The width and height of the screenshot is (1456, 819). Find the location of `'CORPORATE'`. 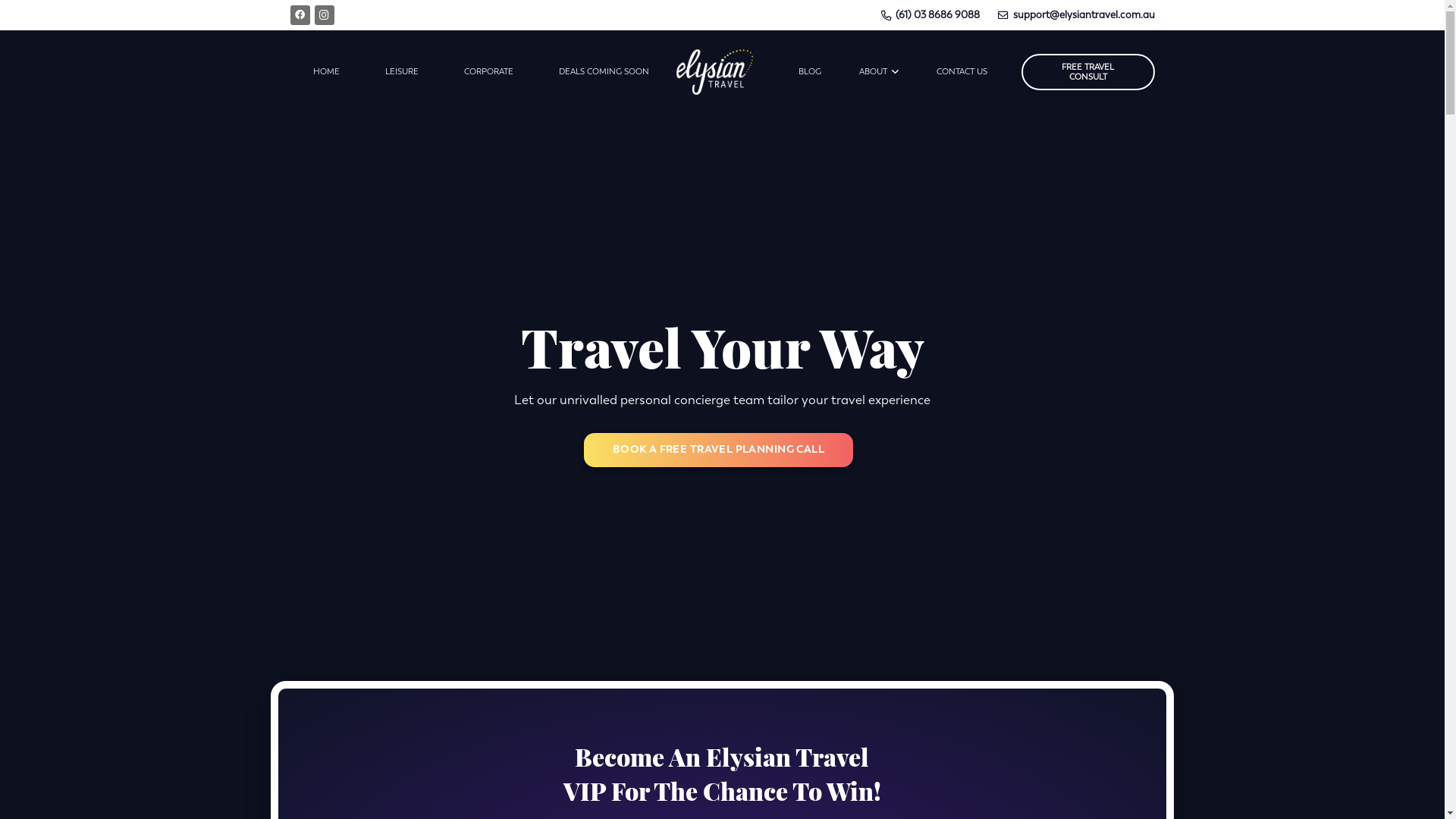

'CORPORATE' is located at coordinates (488, 72).